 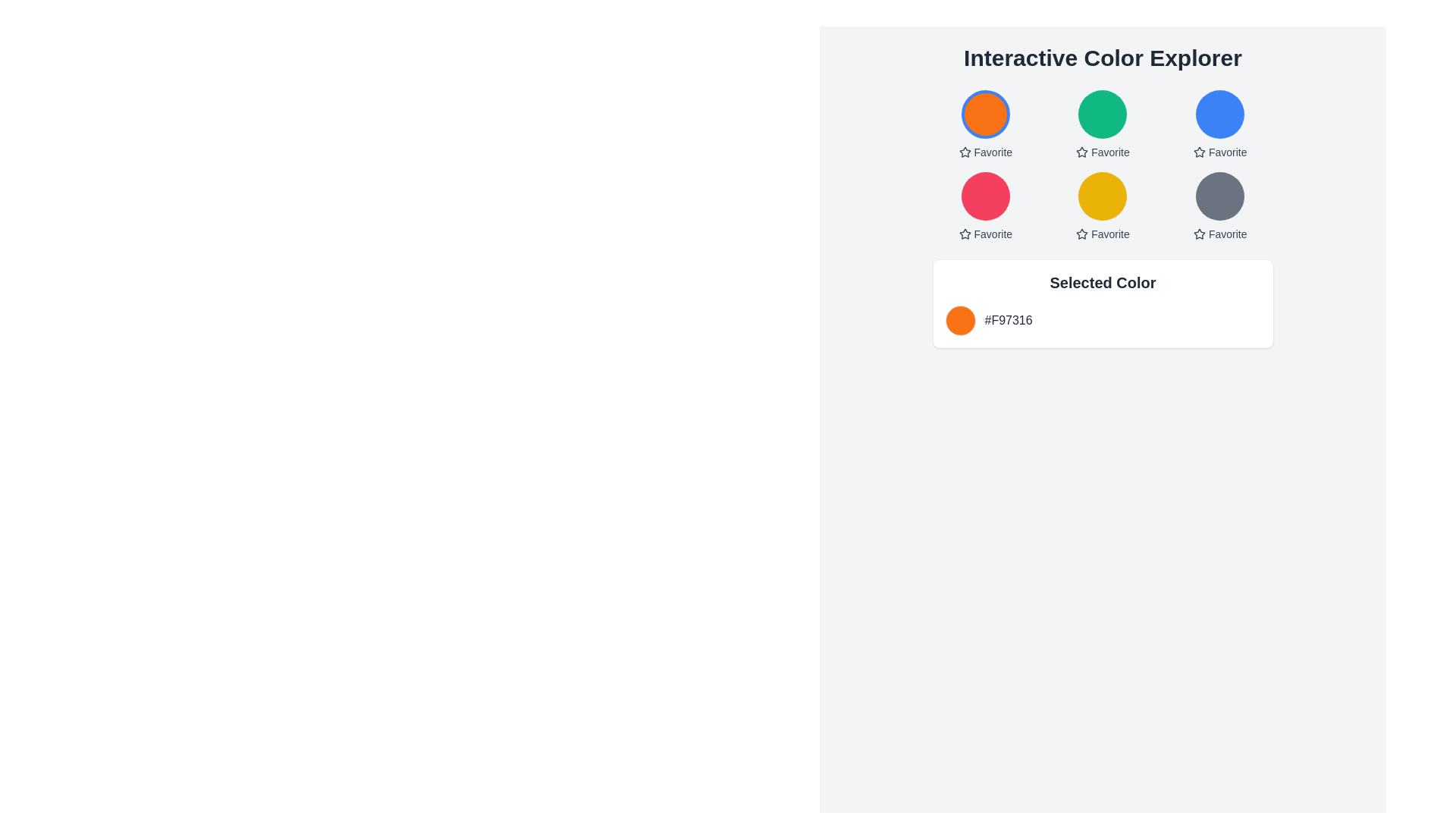 What do you see at coordinates (964, 234) in the screenshot?
I see `the star-like icon with a hollow center located in the second row, first column of the grid of color selectors` at bounding box center [964, 234].